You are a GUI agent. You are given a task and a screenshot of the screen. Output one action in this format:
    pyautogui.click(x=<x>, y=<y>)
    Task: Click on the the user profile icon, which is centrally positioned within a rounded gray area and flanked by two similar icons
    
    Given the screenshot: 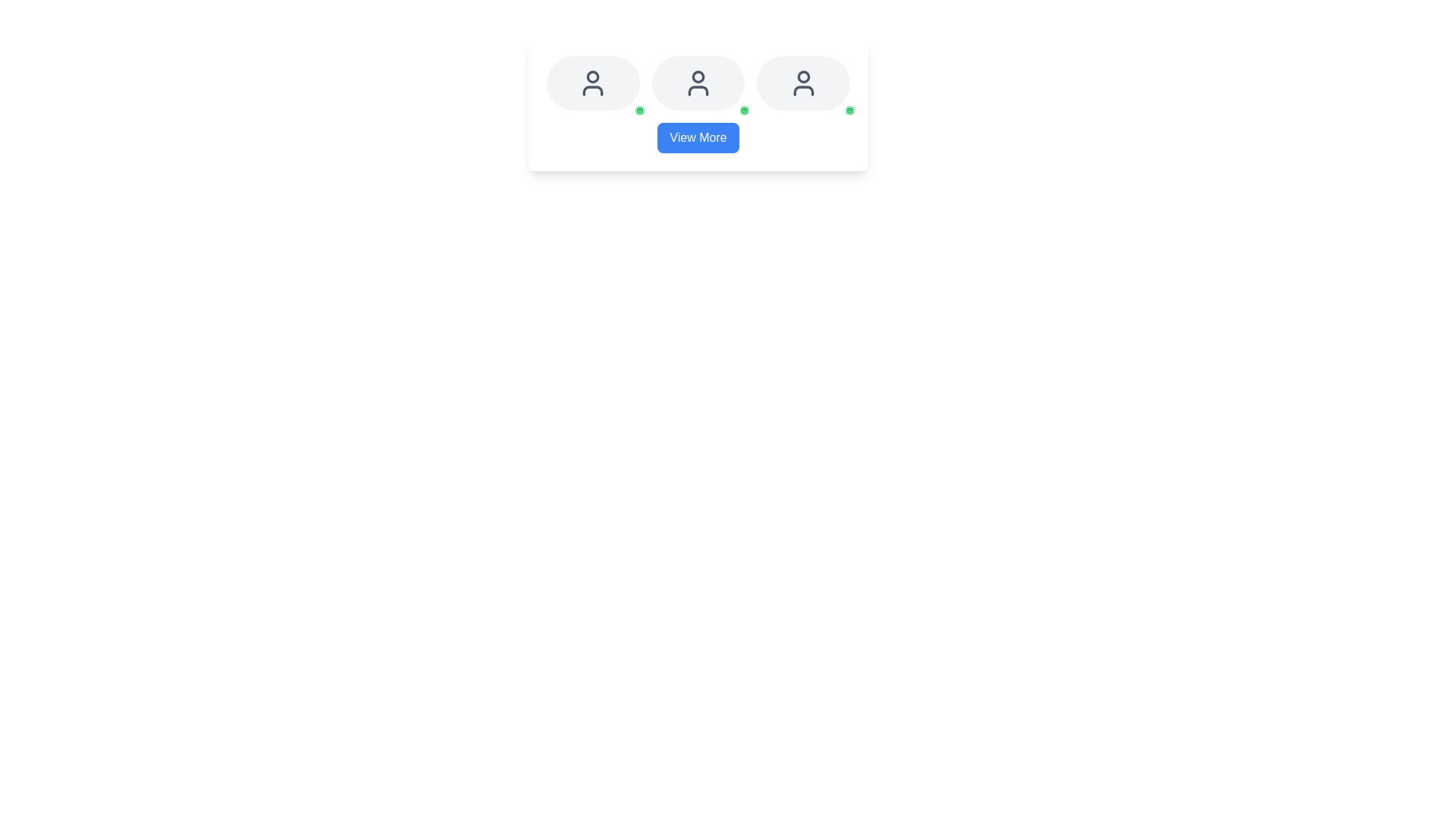 What is the action you would take?
    pyautogui.click(x=698, y=83)
    